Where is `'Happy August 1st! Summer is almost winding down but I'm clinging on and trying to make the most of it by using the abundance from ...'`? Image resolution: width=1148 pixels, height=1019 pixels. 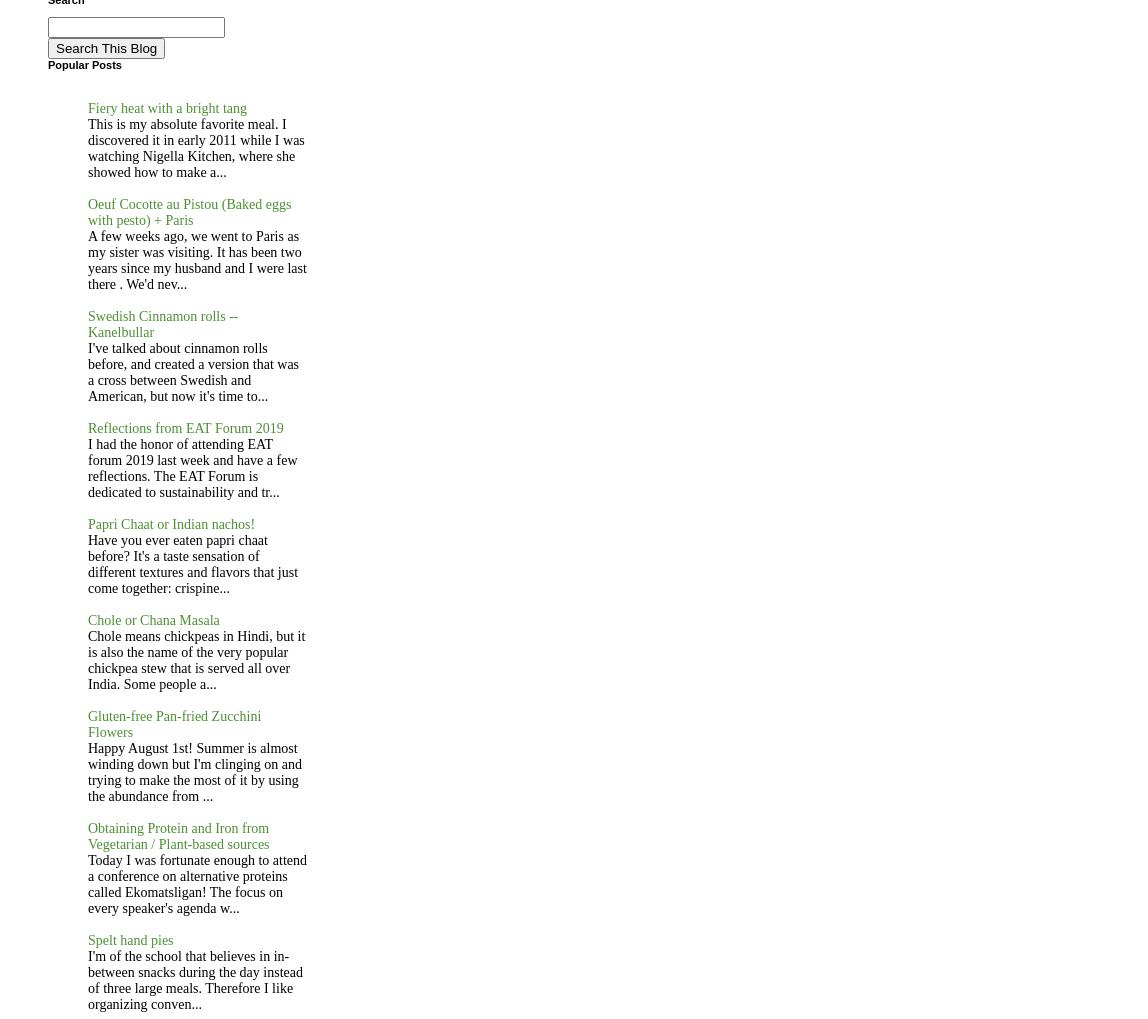
'Happy August 1st! Summer is almost winding down but I'm clinging on and trying to make the most of it by using the abundance from ...' is located at coordinates (195, 770).